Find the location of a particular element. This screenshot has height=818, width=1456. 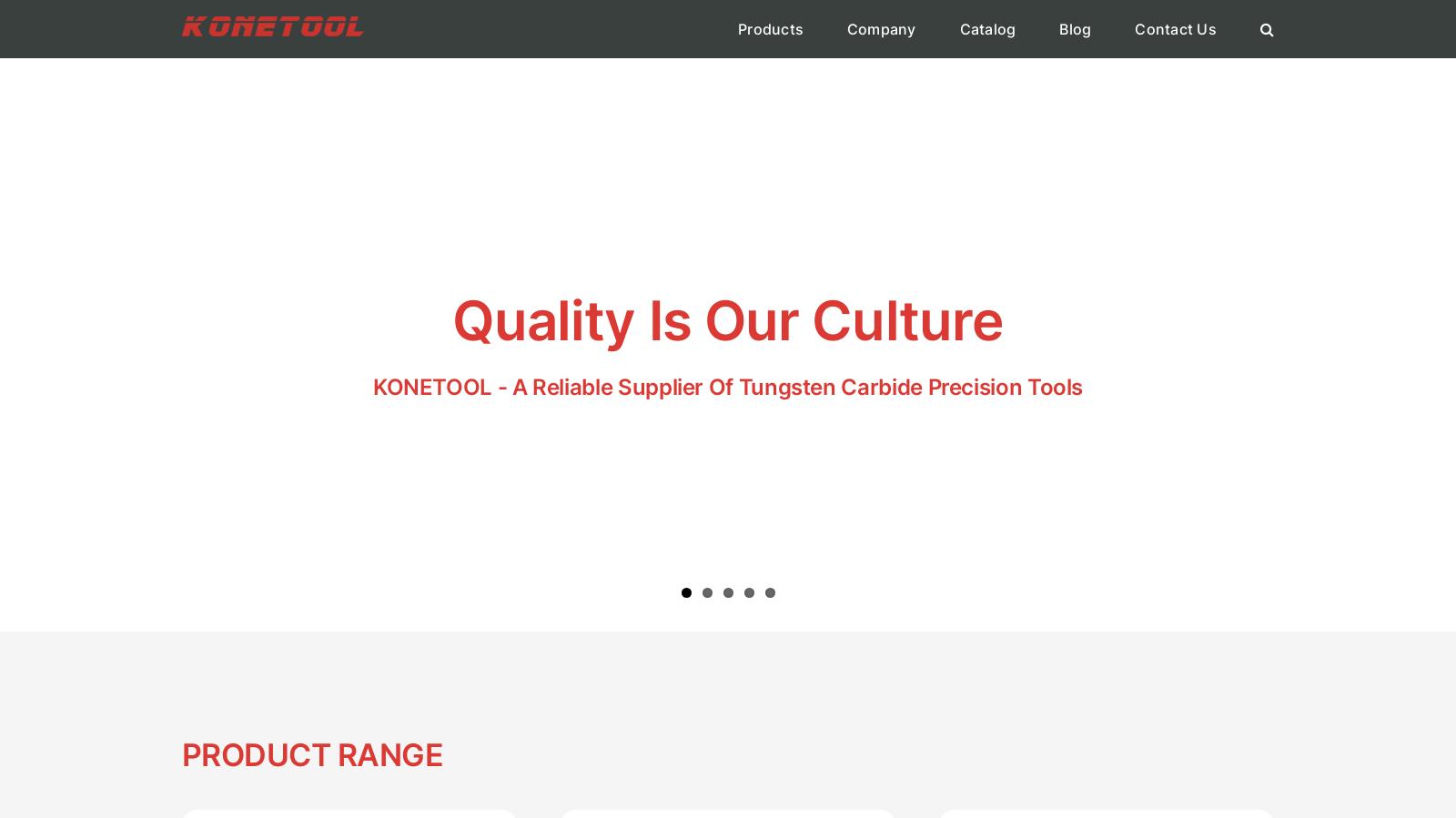

'Converting' is located at coordinates (524, 177).